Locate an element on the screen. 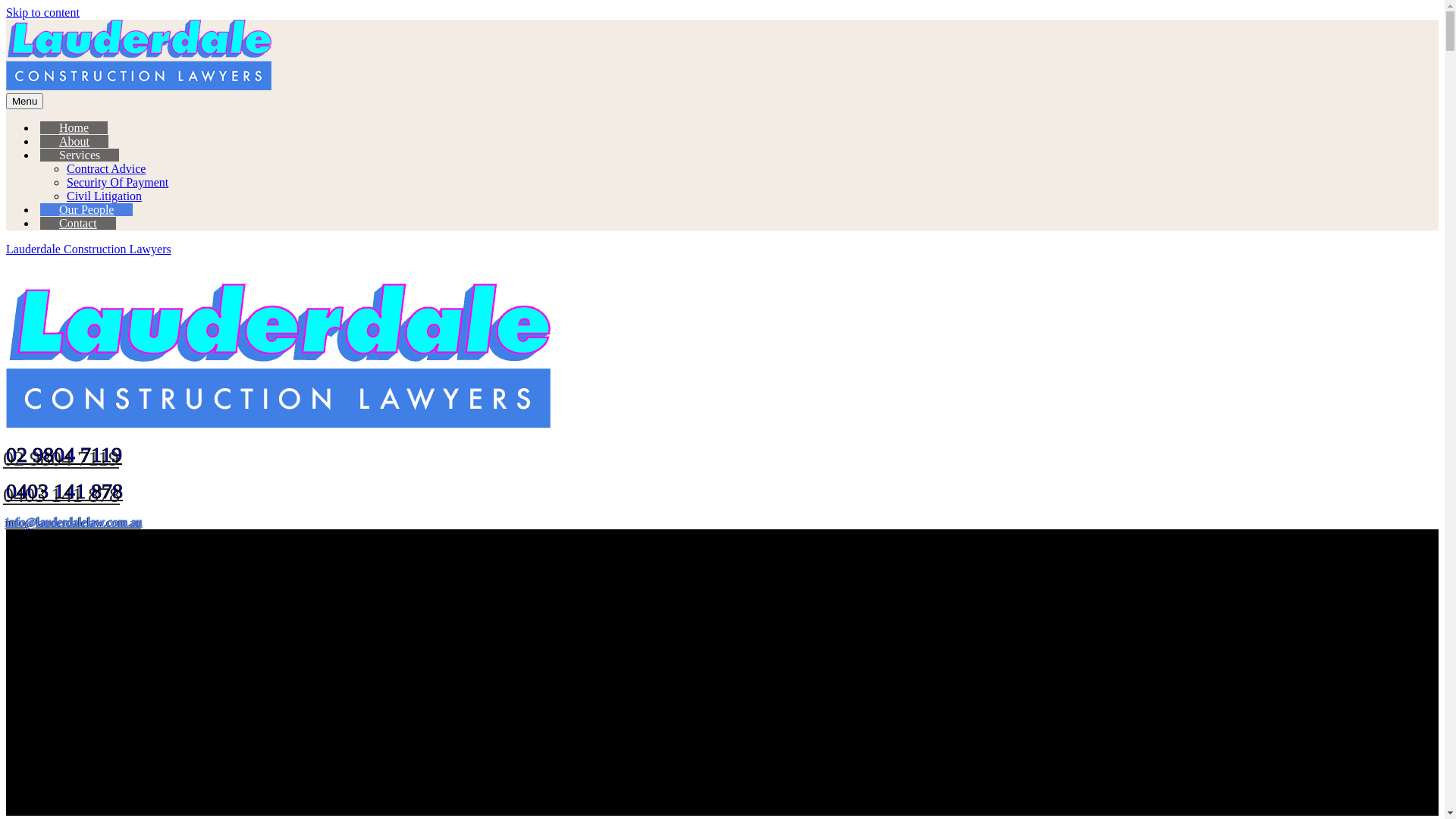 This screenshot has height=819, width=1456. 'About' is located at coordinates (39, 141).